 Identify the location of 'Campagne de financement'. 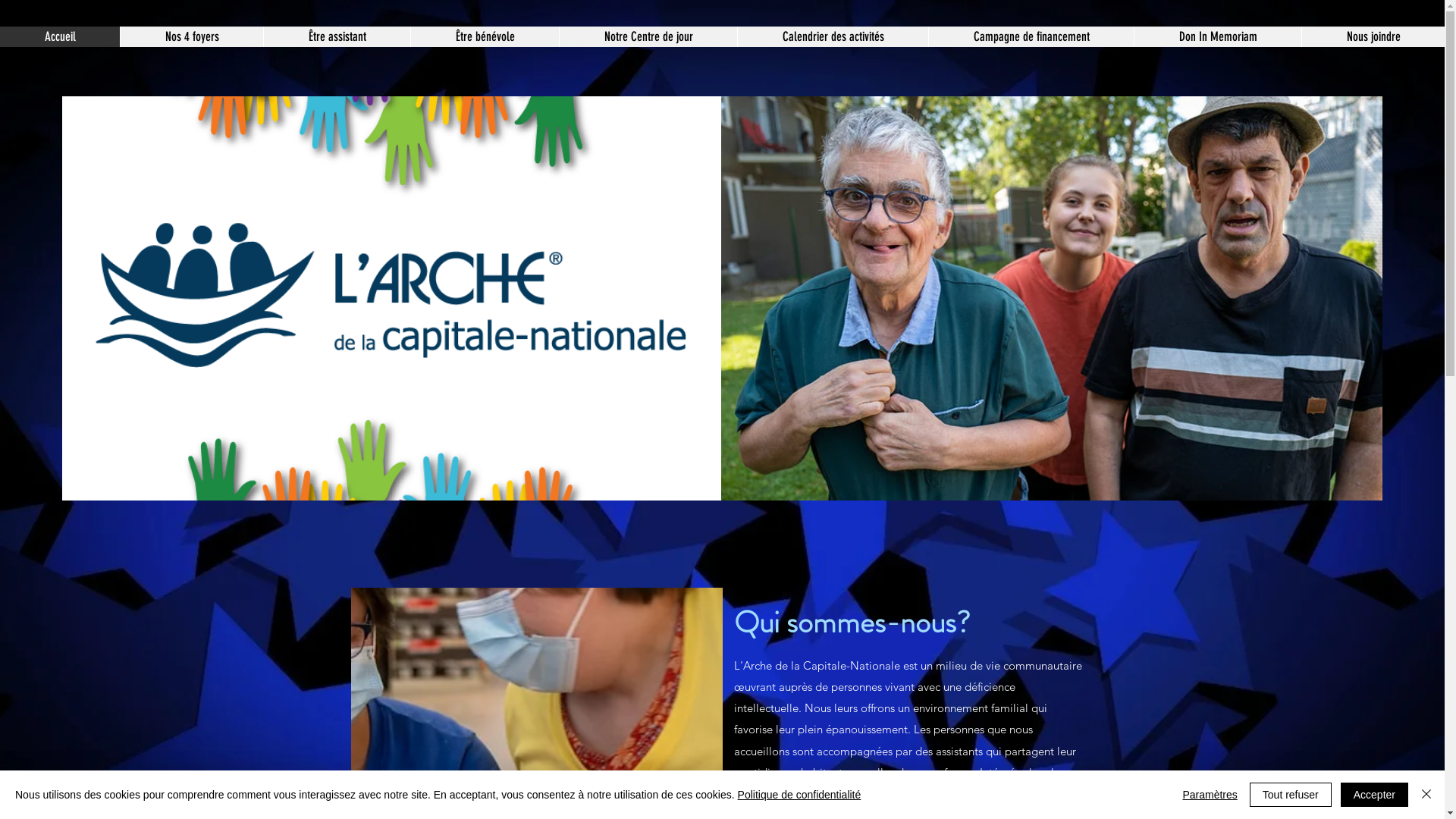
(1031, 36).